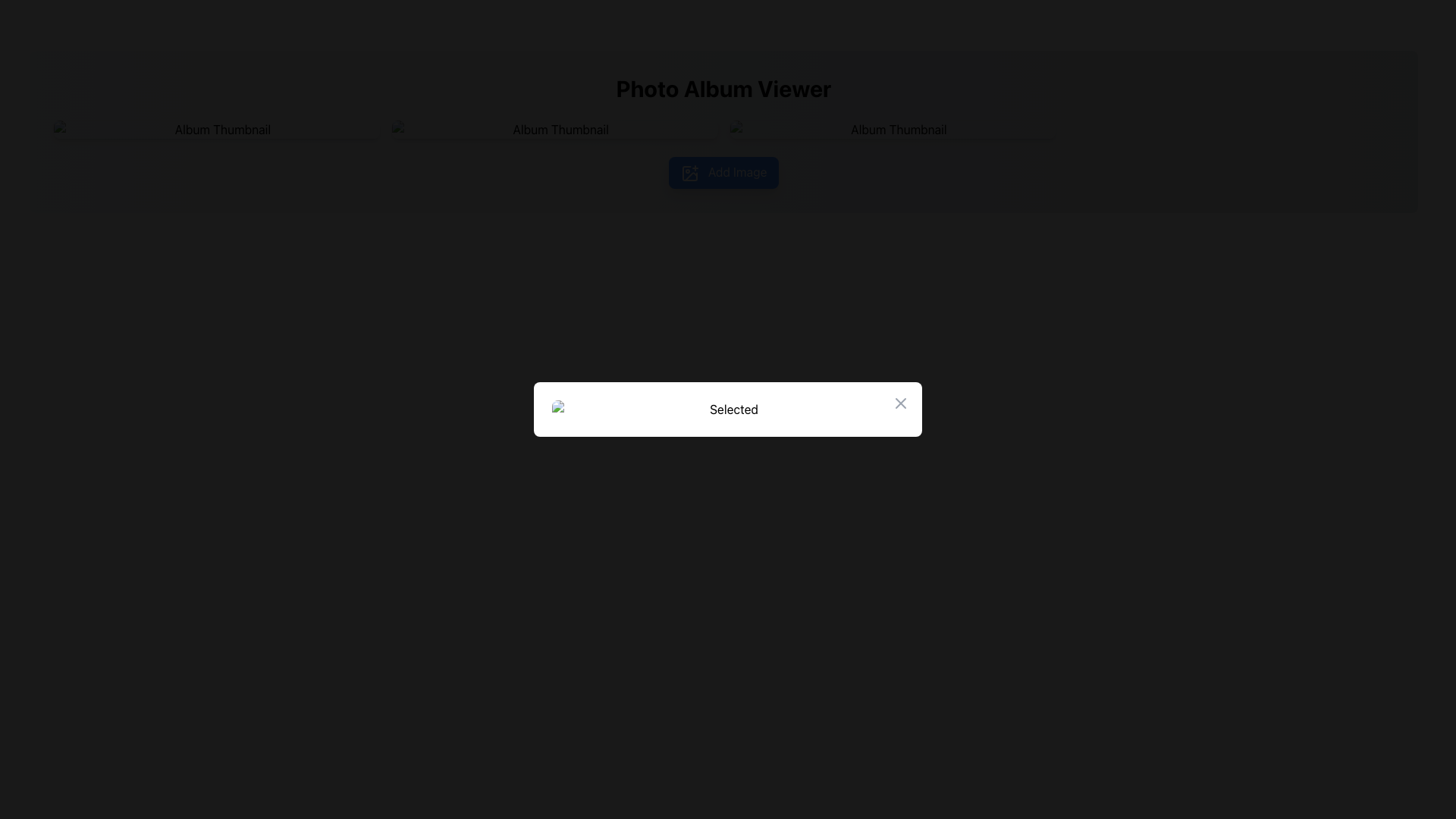  Describe the element at coordinates (901, 403) in the screenshot. I see `the 'X' shaped SVG icon located in the top-right corner of the modal's toolbar` at that location.